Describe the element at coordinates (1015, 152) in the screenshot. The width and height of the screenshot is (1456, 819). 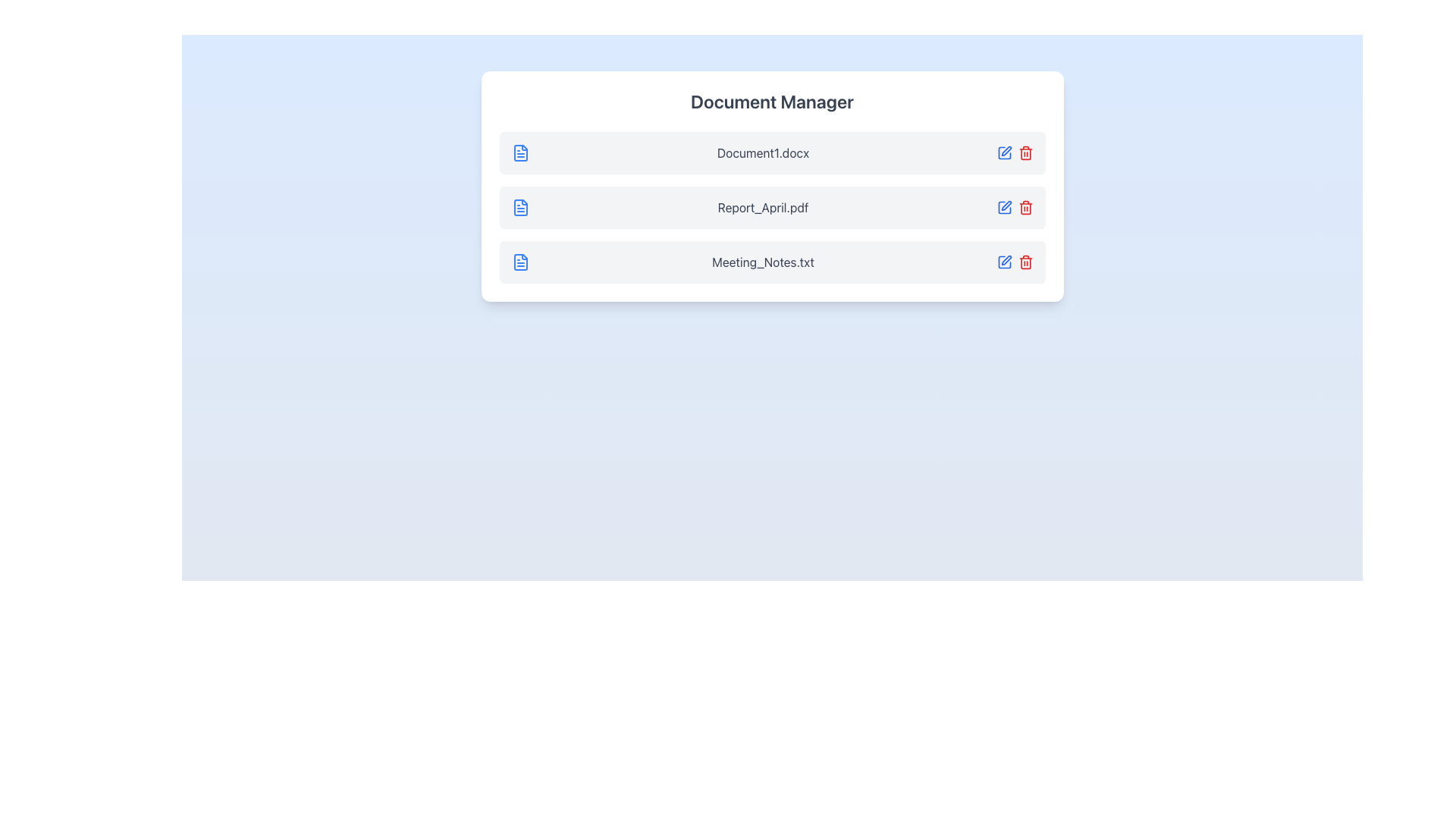
I see `the red trash can icon located at the rightmost end of the row displaying 'Document1.docx' in the Document Manager section` at that location.